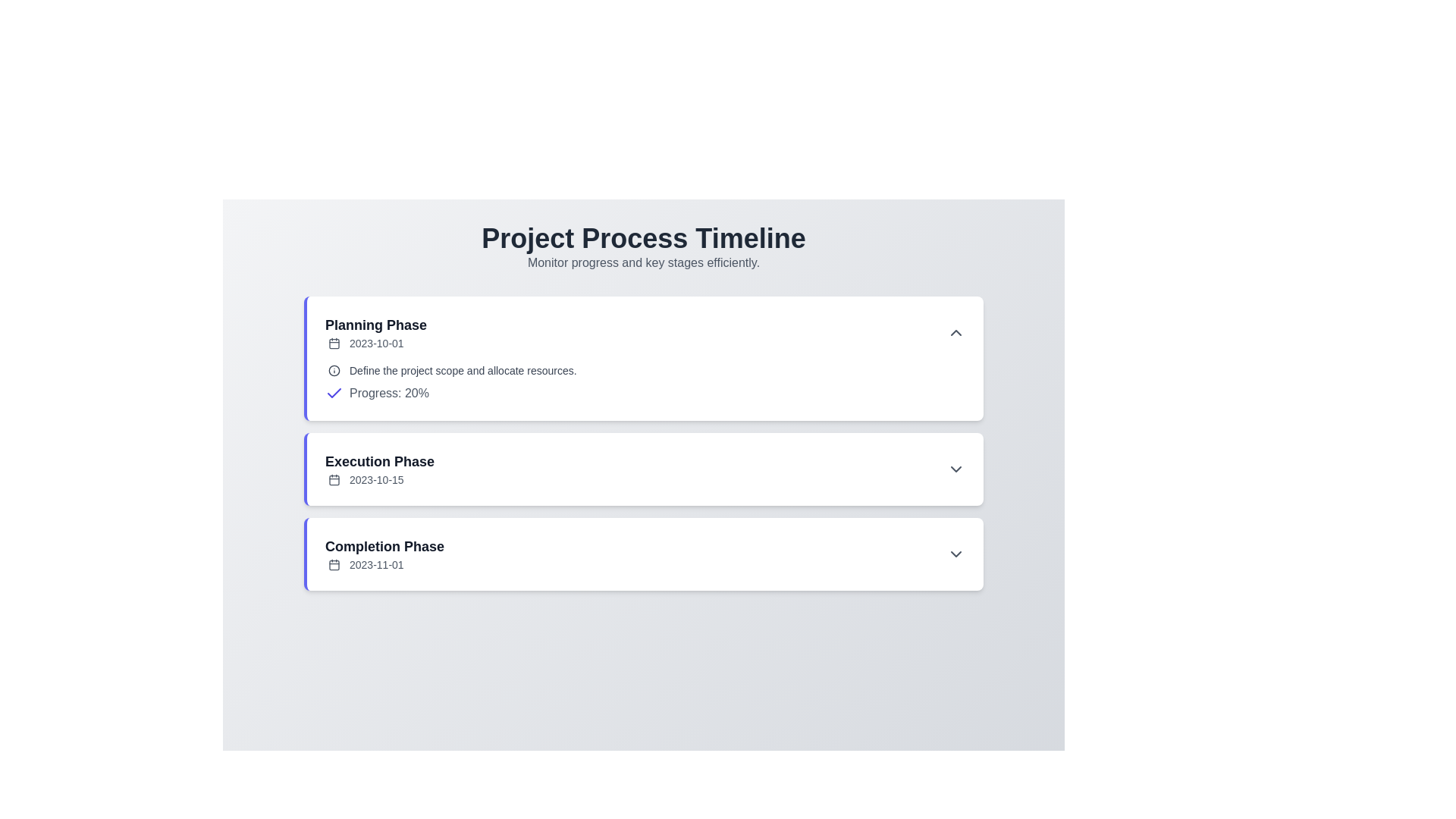 The width and height of the screenshot is (1456, 819). I want to click on the Calendar Icon located to the left of the date '2023-10-15' in the 'Execution Phase' section, which serves as a decorative and functional marker for time-related information, so click(334, 479).